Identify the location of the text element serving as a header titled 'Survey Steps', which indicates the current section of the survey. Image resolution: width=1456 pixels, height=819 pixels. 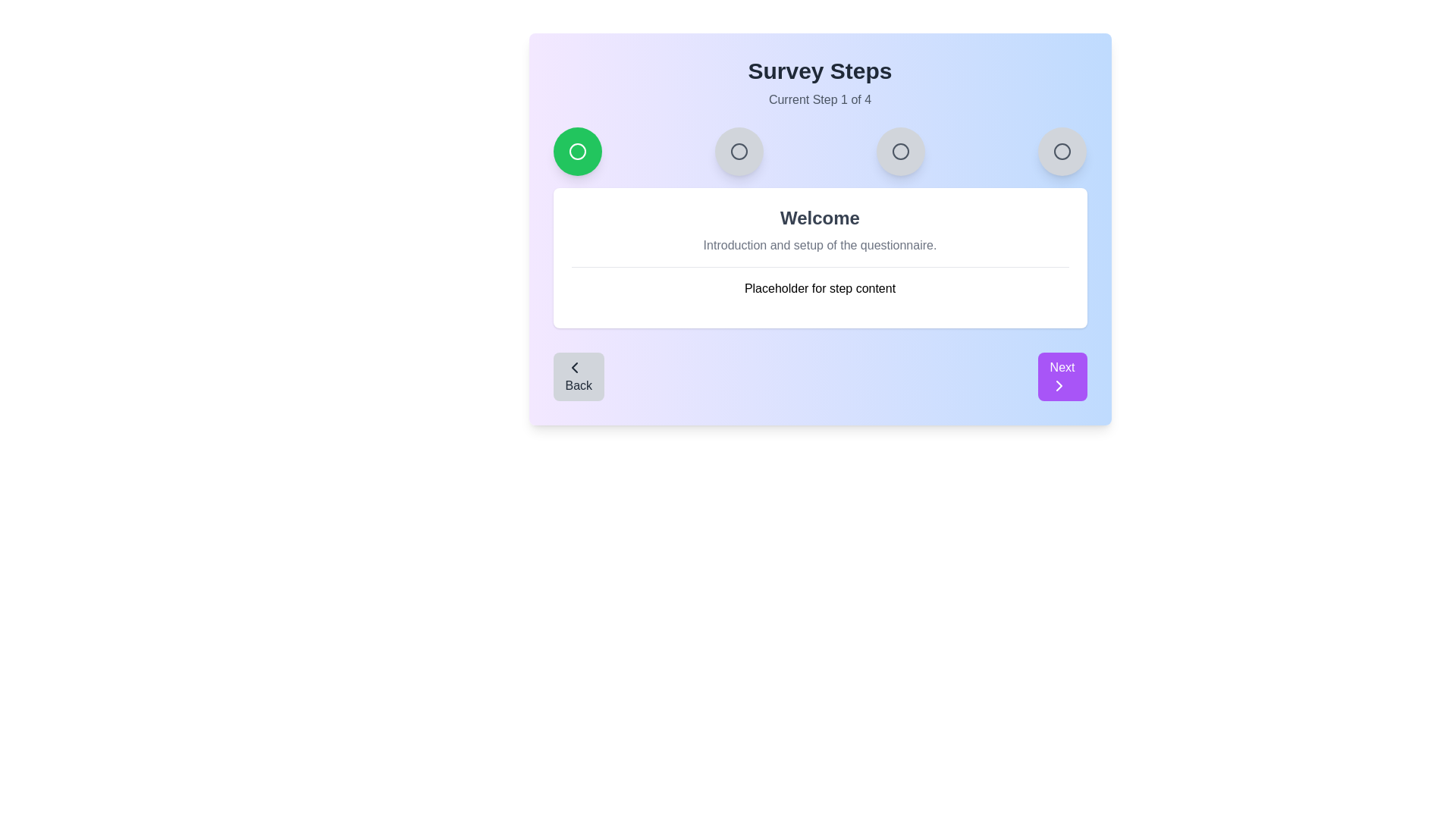
(819, 71).